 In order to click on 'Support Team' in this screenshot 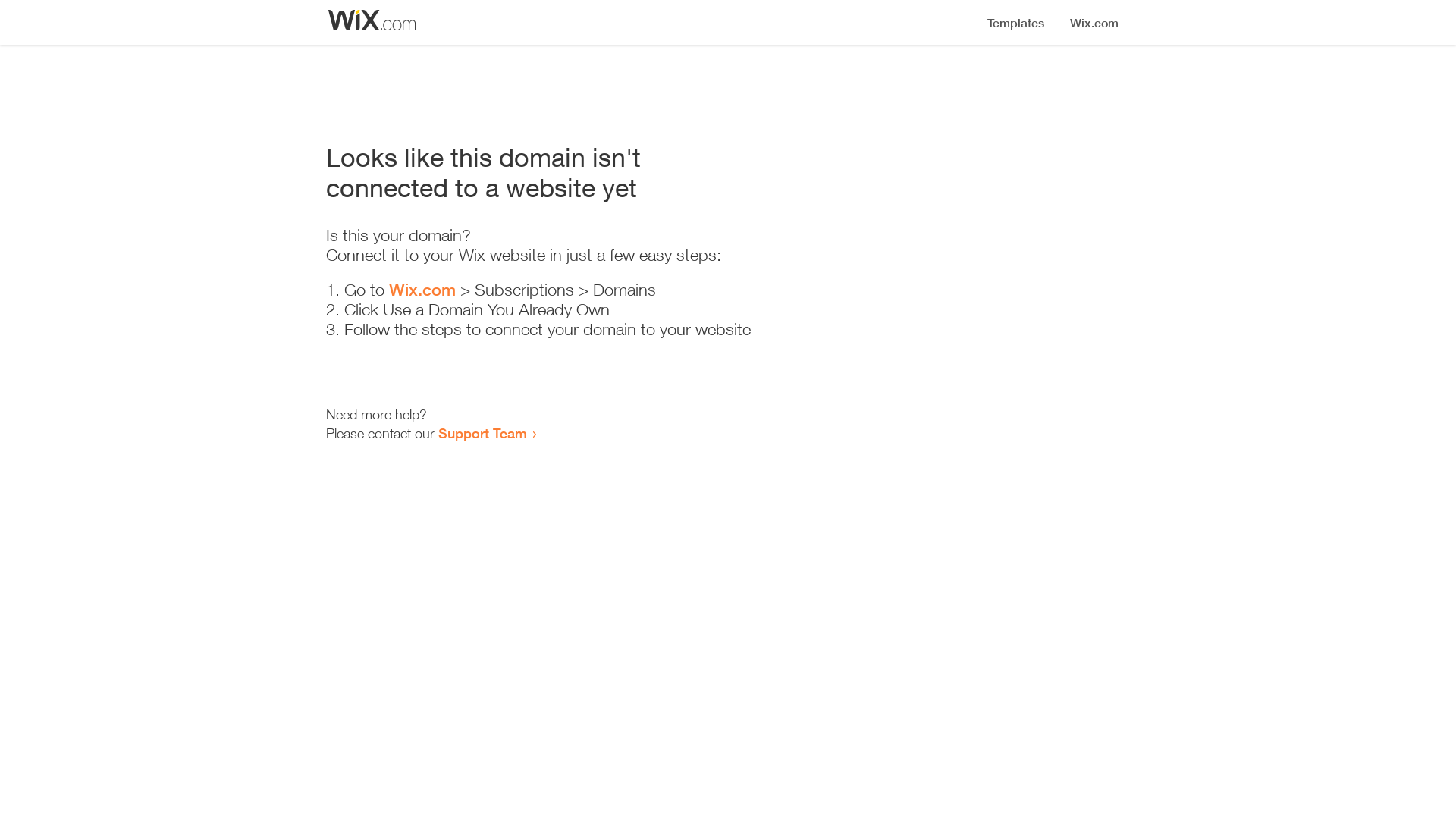, I will do `click(437, 432)`.